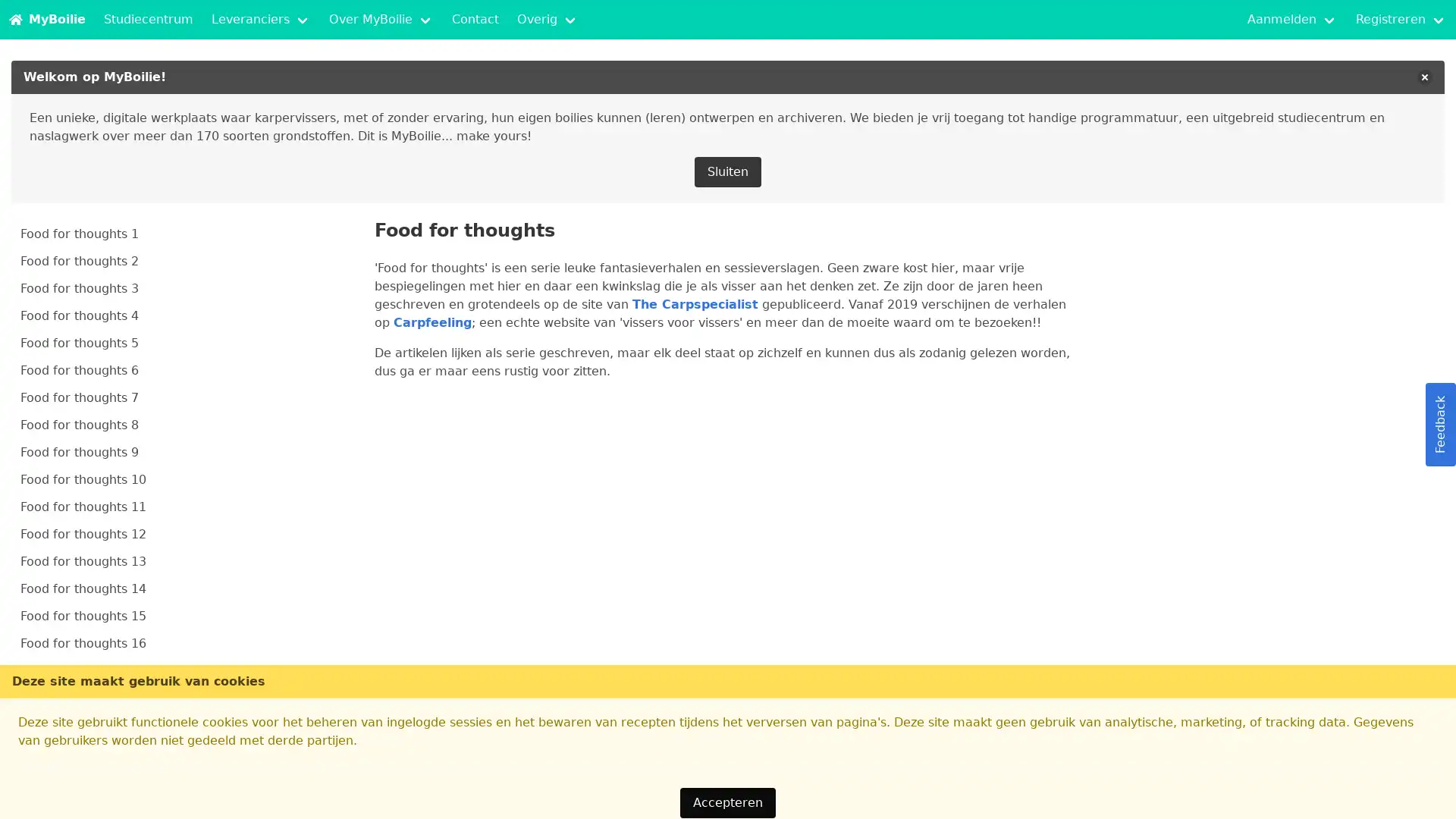  Describe the element at coordinates (728, 171) in the screenshot. I see `Sluiten` at that location.